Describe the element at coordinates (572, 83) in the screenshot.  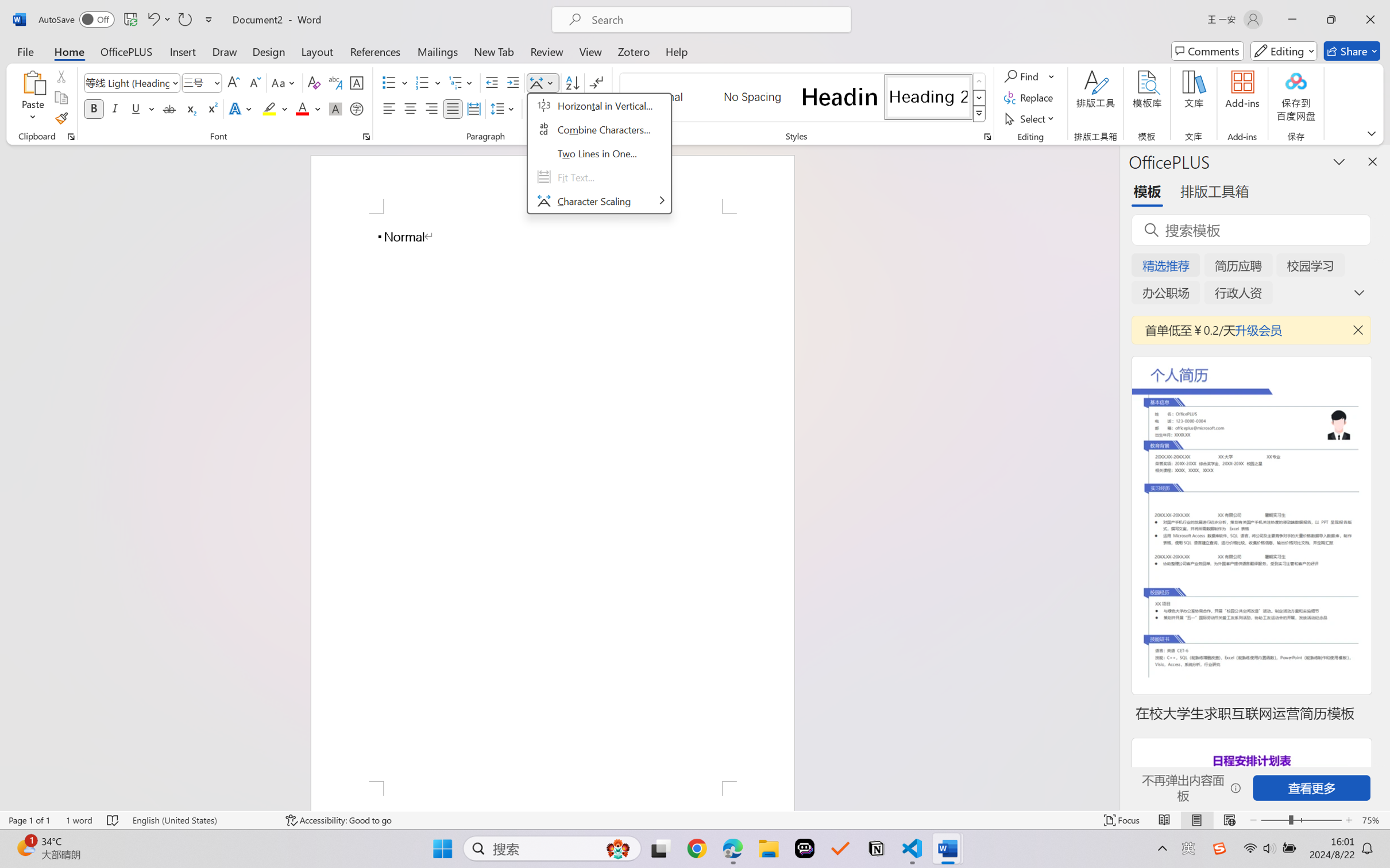
I see `'Sort...'` at that location.